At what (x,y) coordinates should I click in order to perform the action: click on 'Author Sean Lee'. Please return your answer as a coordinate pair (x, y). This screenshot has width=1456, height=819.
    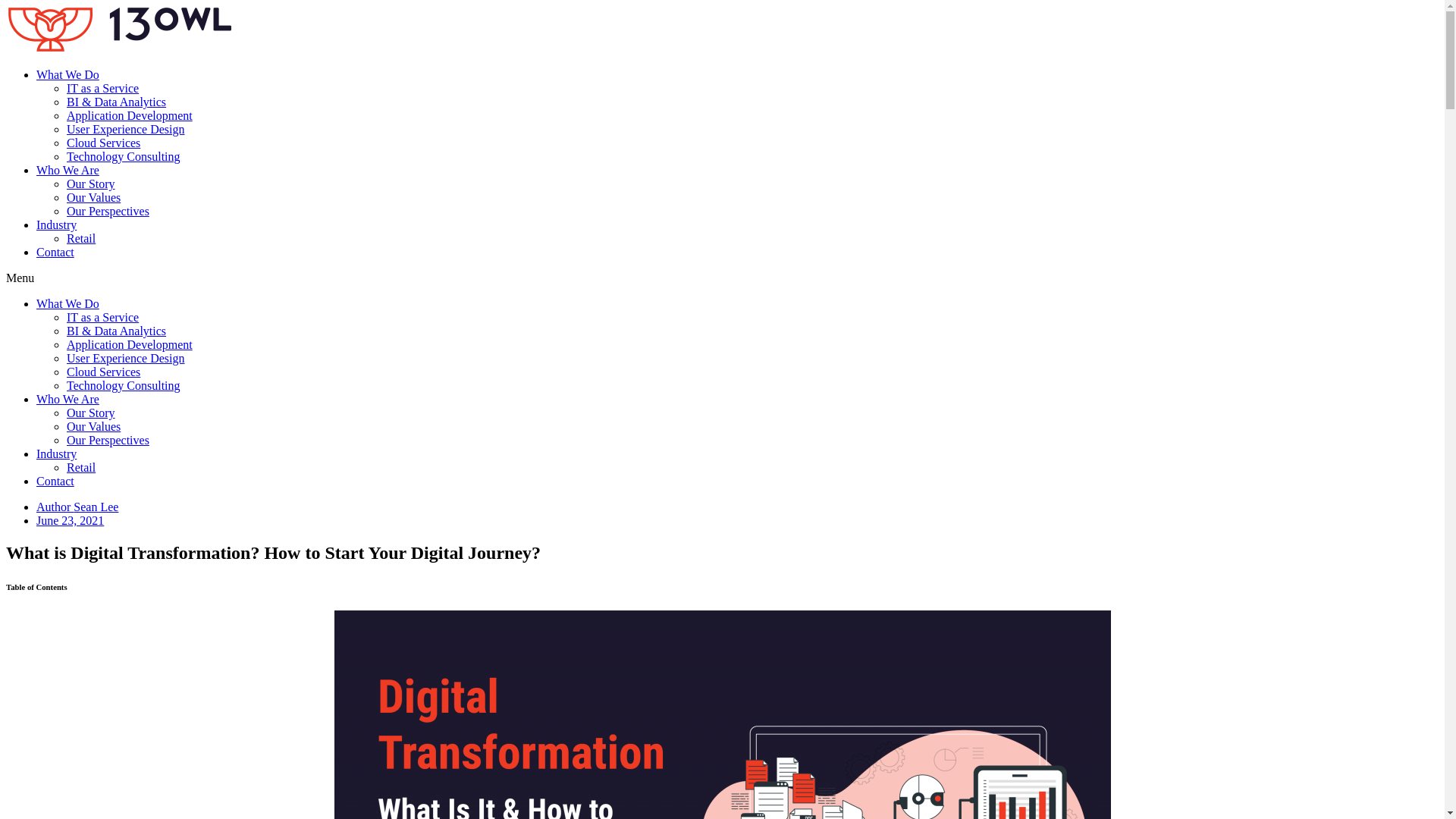
    Looking at the image, I should click on (76, 507).